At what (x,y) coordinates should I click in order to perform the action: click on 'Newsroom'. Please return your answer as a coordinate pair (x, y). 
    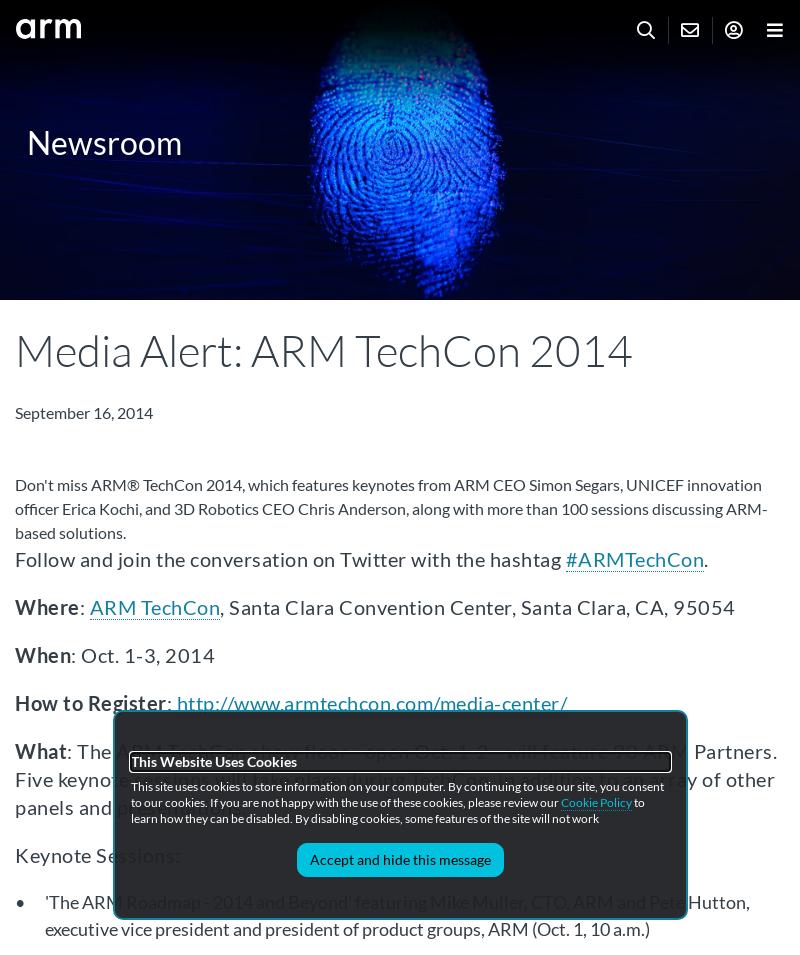
    Looking at the image, I should click on (103, 140).